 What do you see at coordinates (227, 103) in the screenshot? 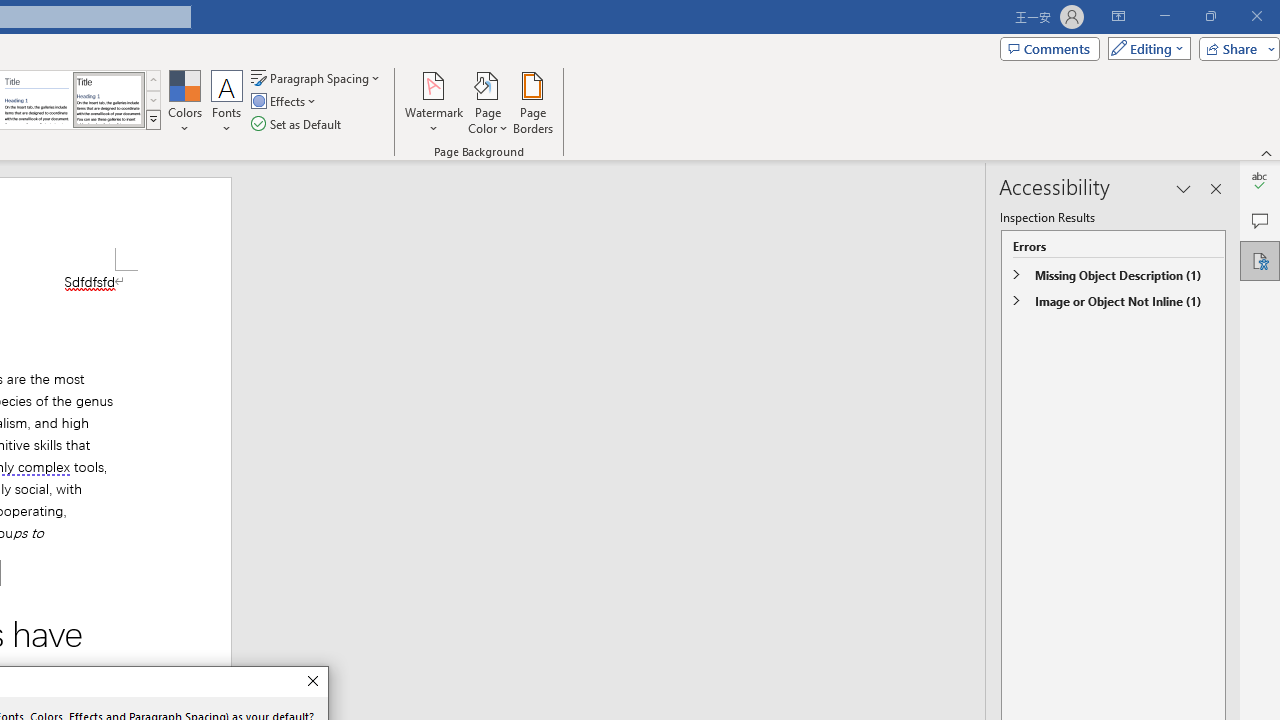
I see `'Fonts'` at bounding box center [227, 103].